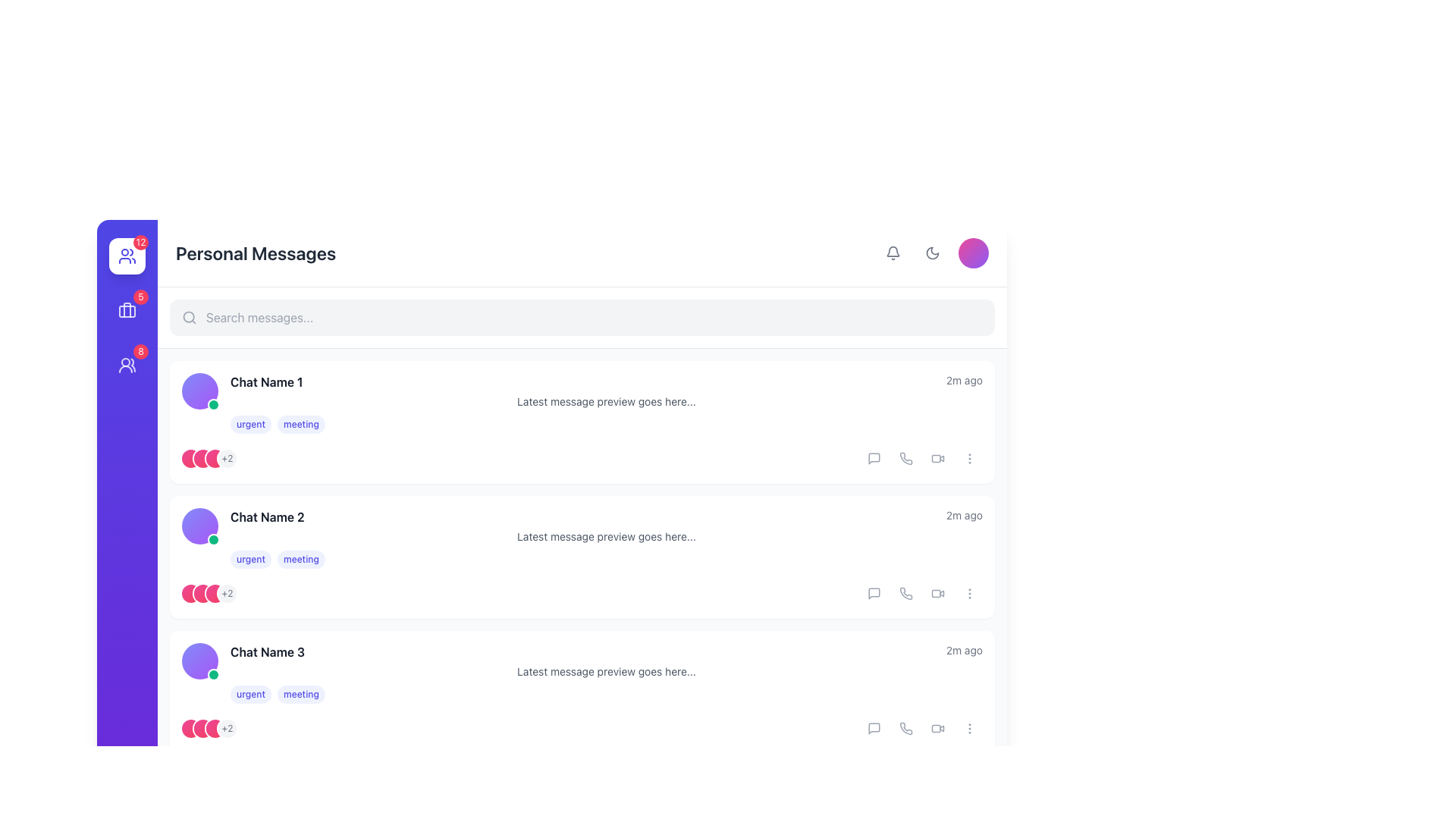  Describe the element at coordinates (213, 403) in the screenshot. I see `the green circular indicator with a white outline located at the bottom-right corner of the profile image for 'Chat Name 2' in the main chat list area` at that location.